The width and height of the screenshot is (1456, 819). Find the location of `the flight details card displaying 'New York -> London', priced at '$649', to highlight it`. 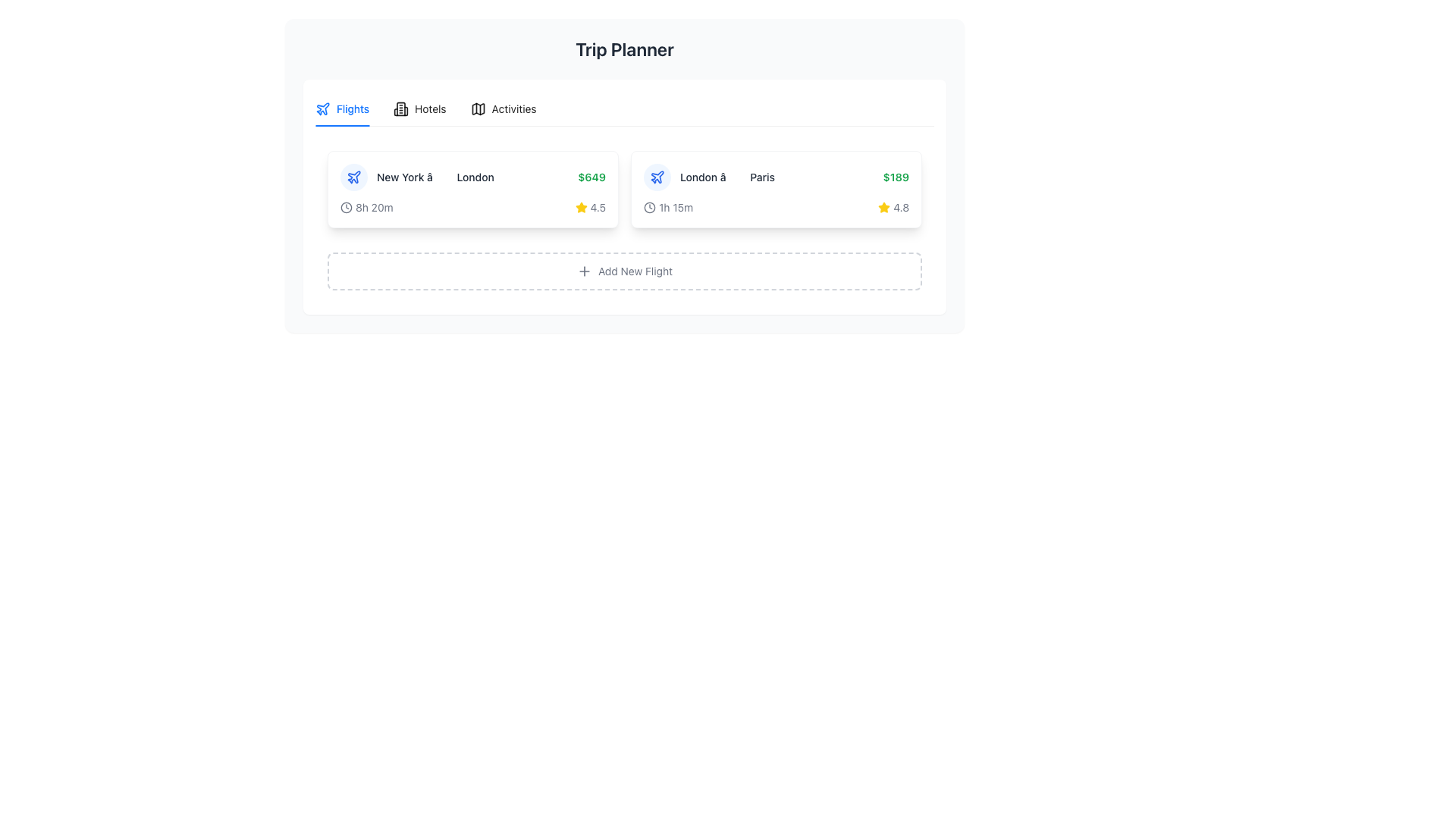

the flight details card displaying 'New York -> London', priced at '$649', to highlight it is located at coordinates (472, 189).